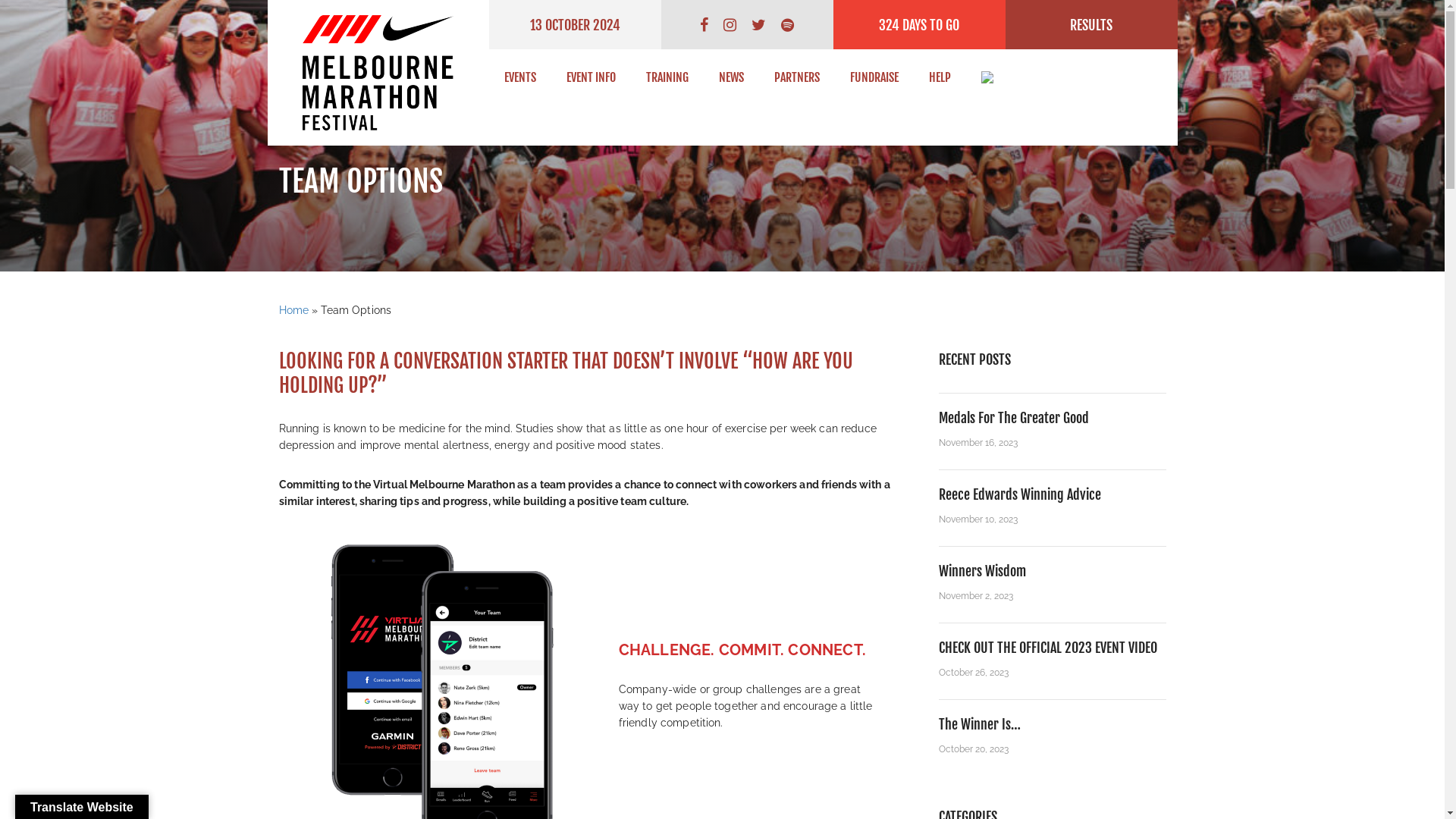  Describe the element at coordinates (938, 570) in the screenshot. I see `'Winners Wisdom'` at that location.